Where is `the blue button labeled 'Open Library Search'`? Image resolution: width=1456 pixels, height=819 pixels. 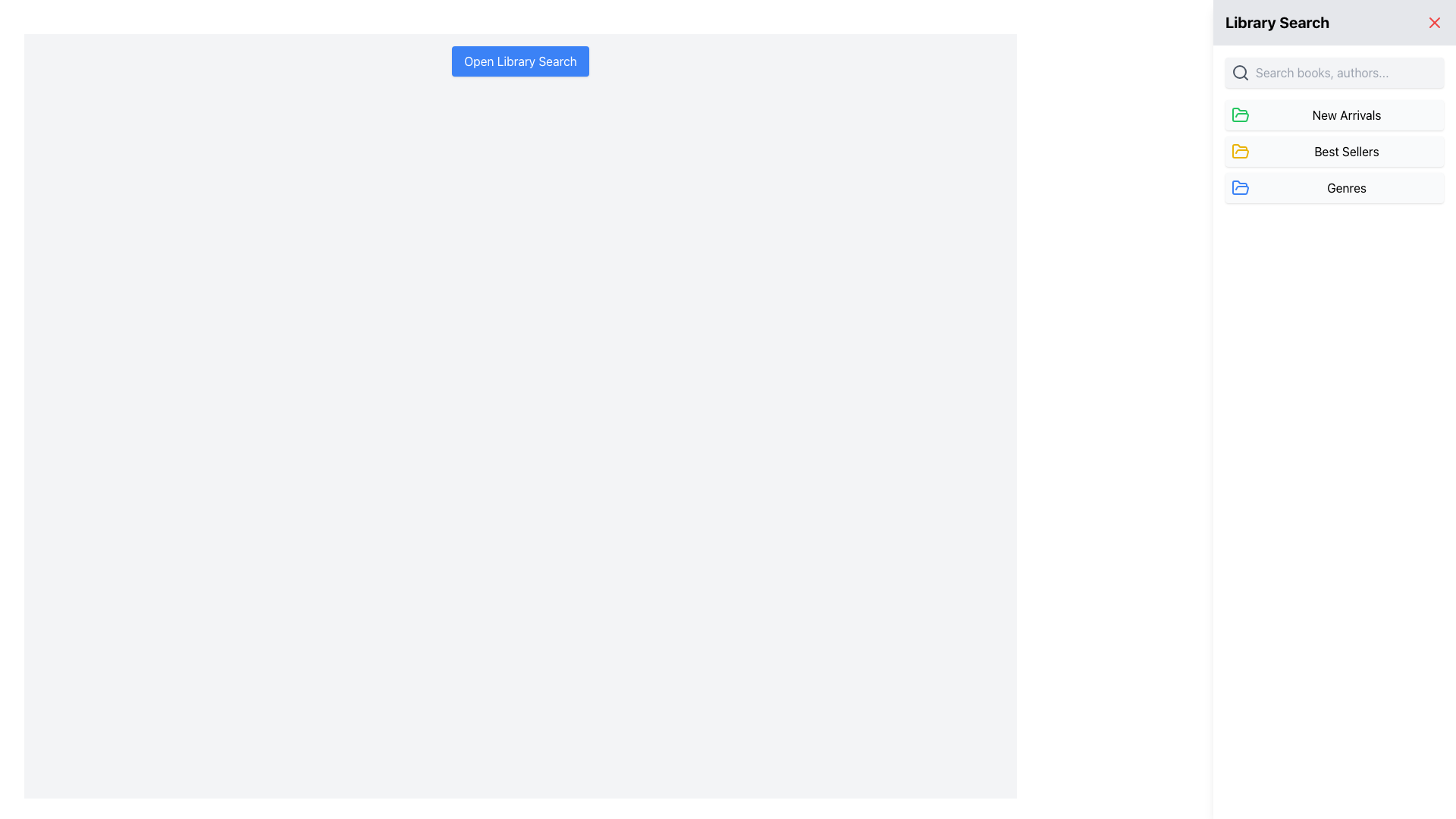
the blue button labeled 'Open Library Search' is located at coordinates (520, 61).